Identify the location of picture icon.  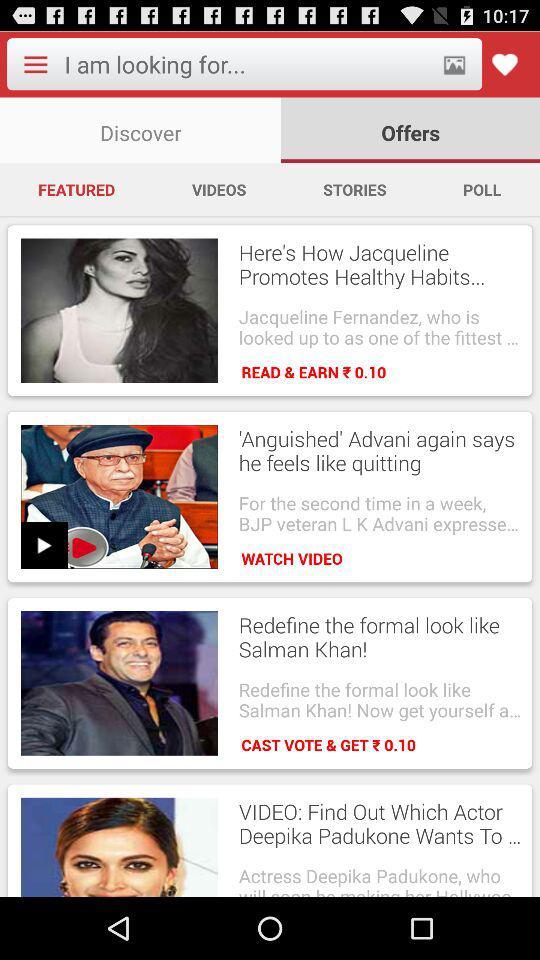
(454, 64).